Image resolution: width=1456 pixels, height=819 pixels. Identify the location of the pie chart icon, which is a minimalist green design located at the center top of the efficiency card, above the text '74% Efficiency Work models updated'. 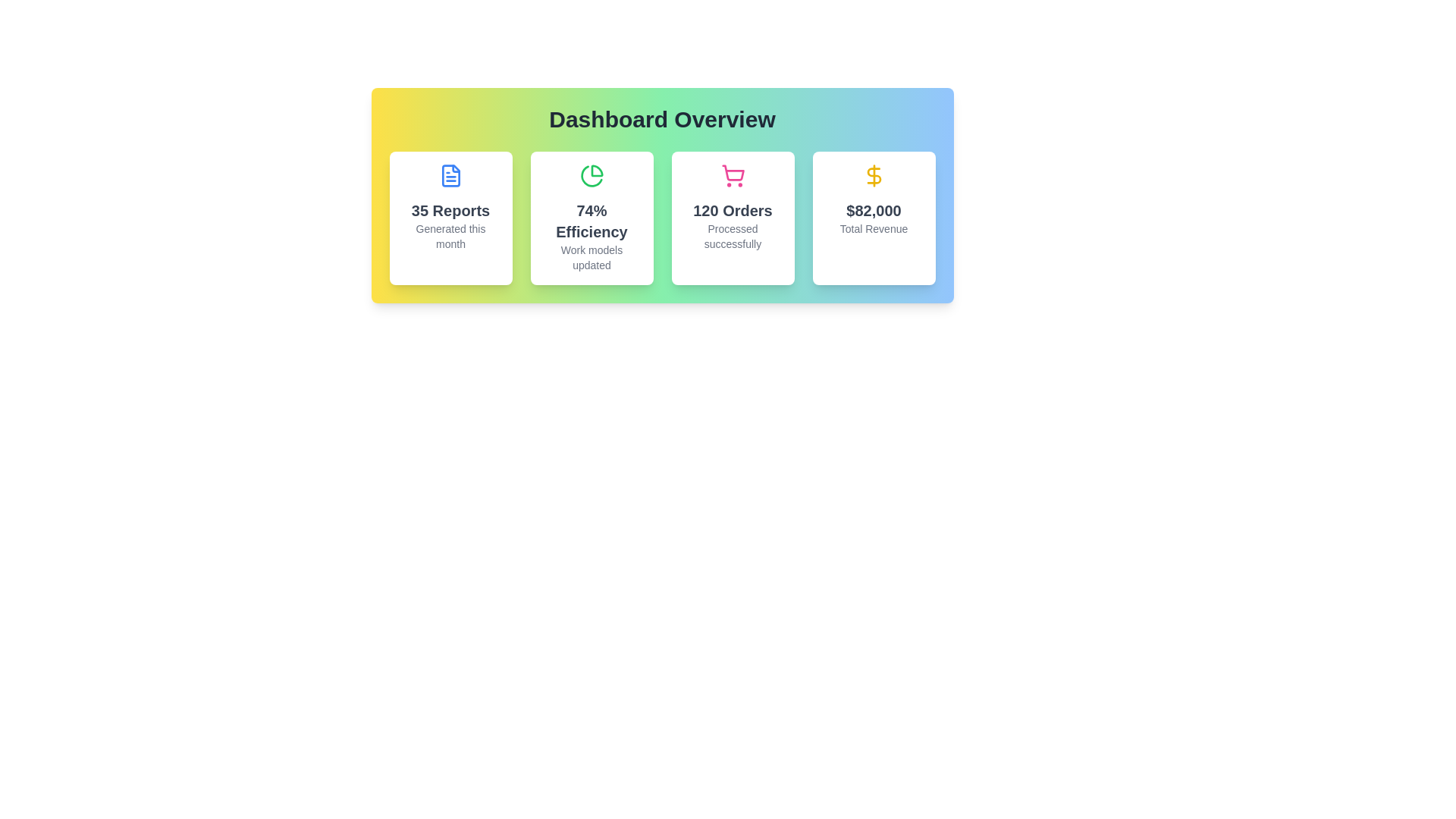
(591, 174).